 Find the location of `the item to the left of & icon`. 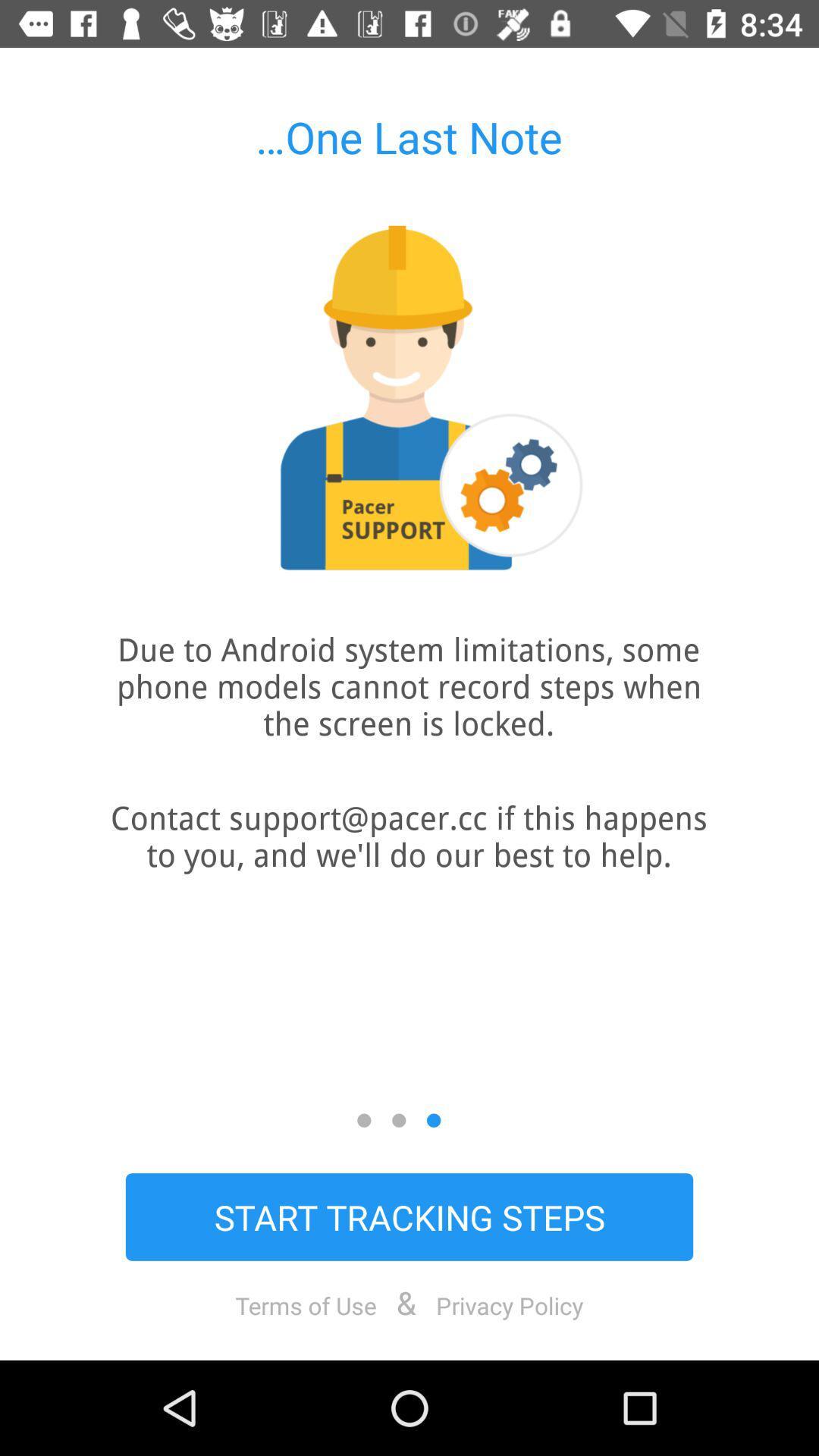

the item to the left of & icon is located at coordinates (306, 1304).